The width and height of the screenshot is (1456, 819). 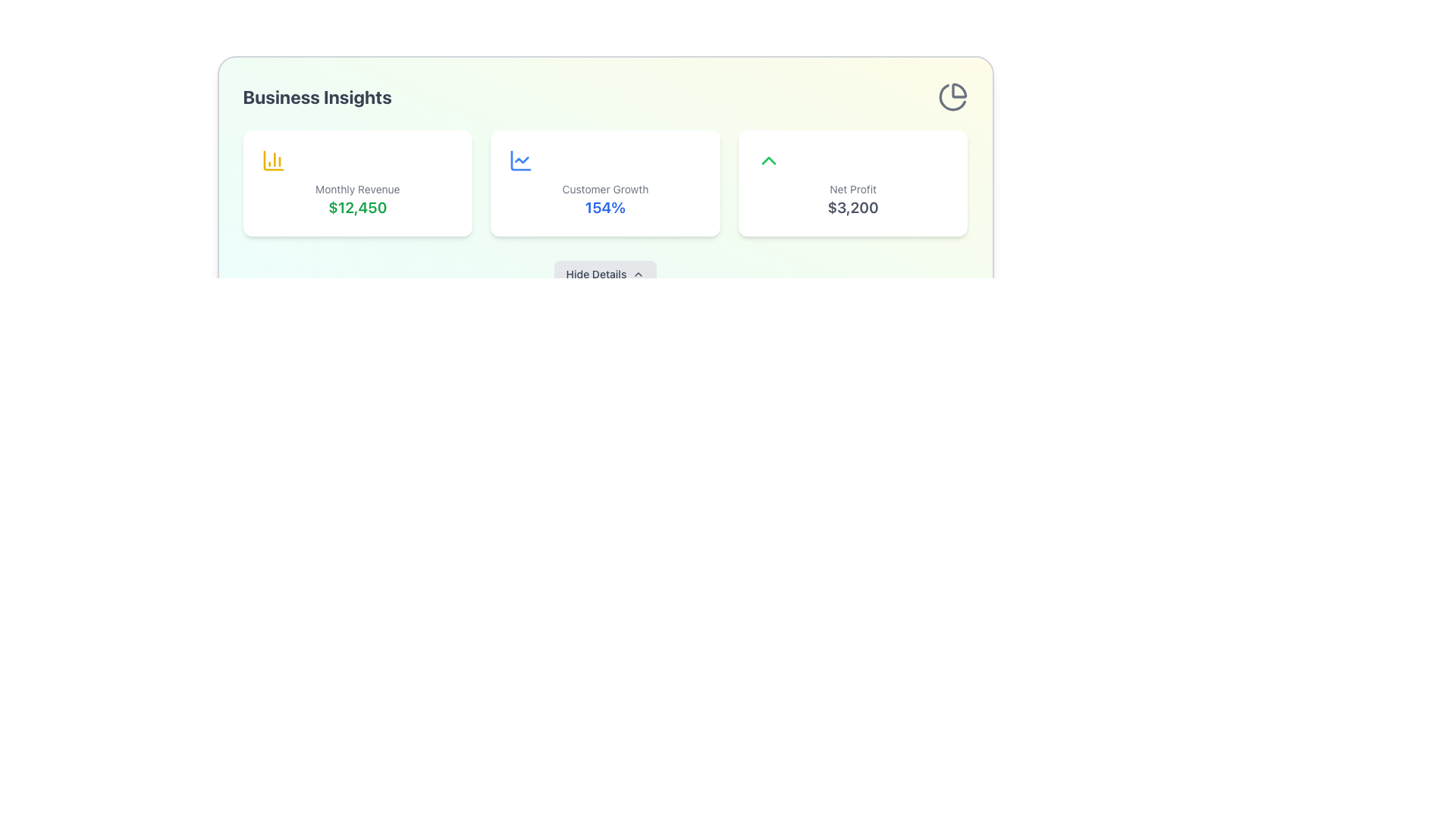 What do you see at coordinates (521, 161) in the screenshot?
I see `the vibrant blue line chart icon located in the 'Business Insights' section above the 'Customer Growth' label` at bounding box center [521, 161].